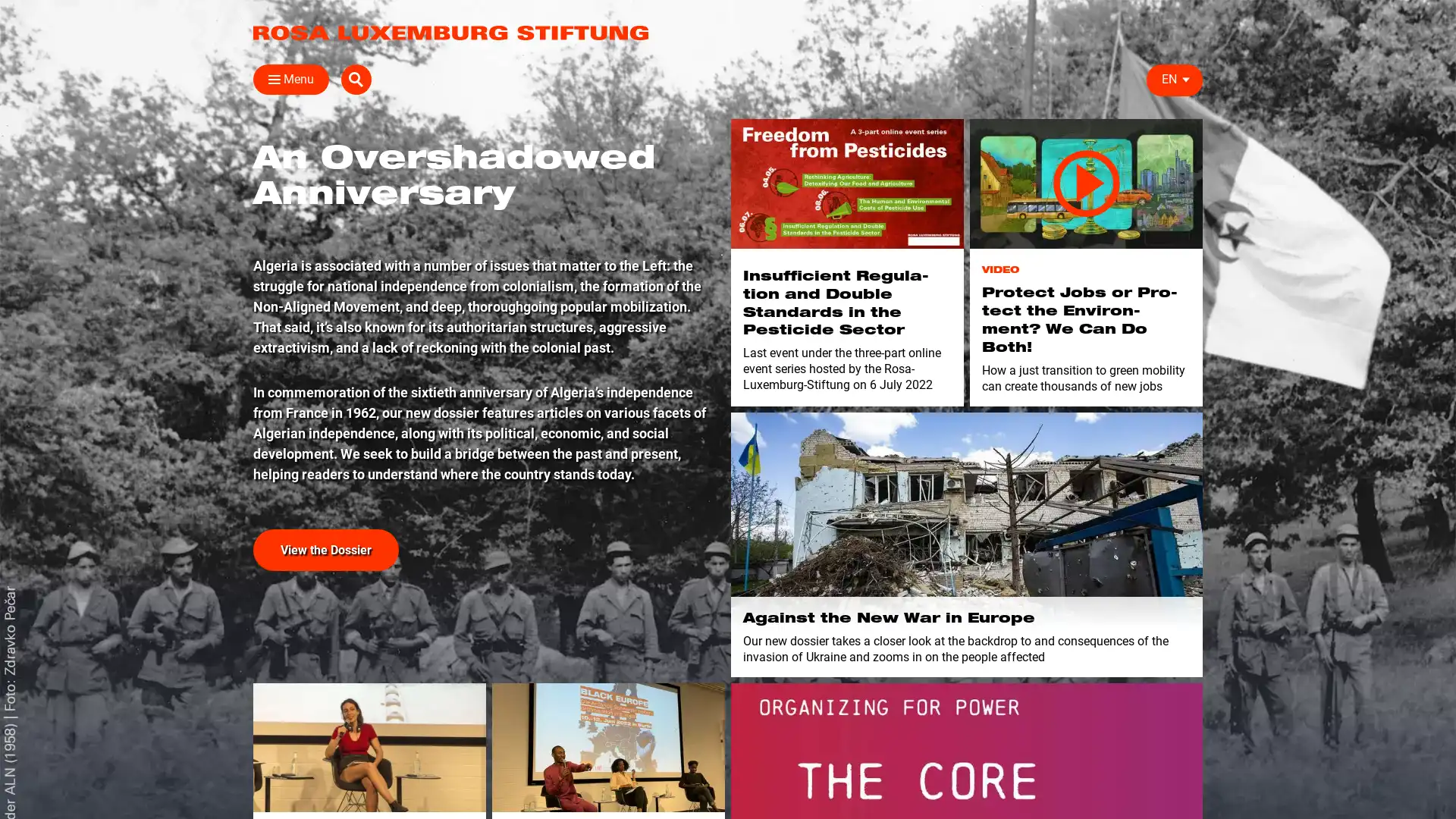 Image resolution: width=1456 pixels, height=819 pixels. Describe the element at coordinates (246, 227) in the screenshot. I see `Show more / less` at that location.